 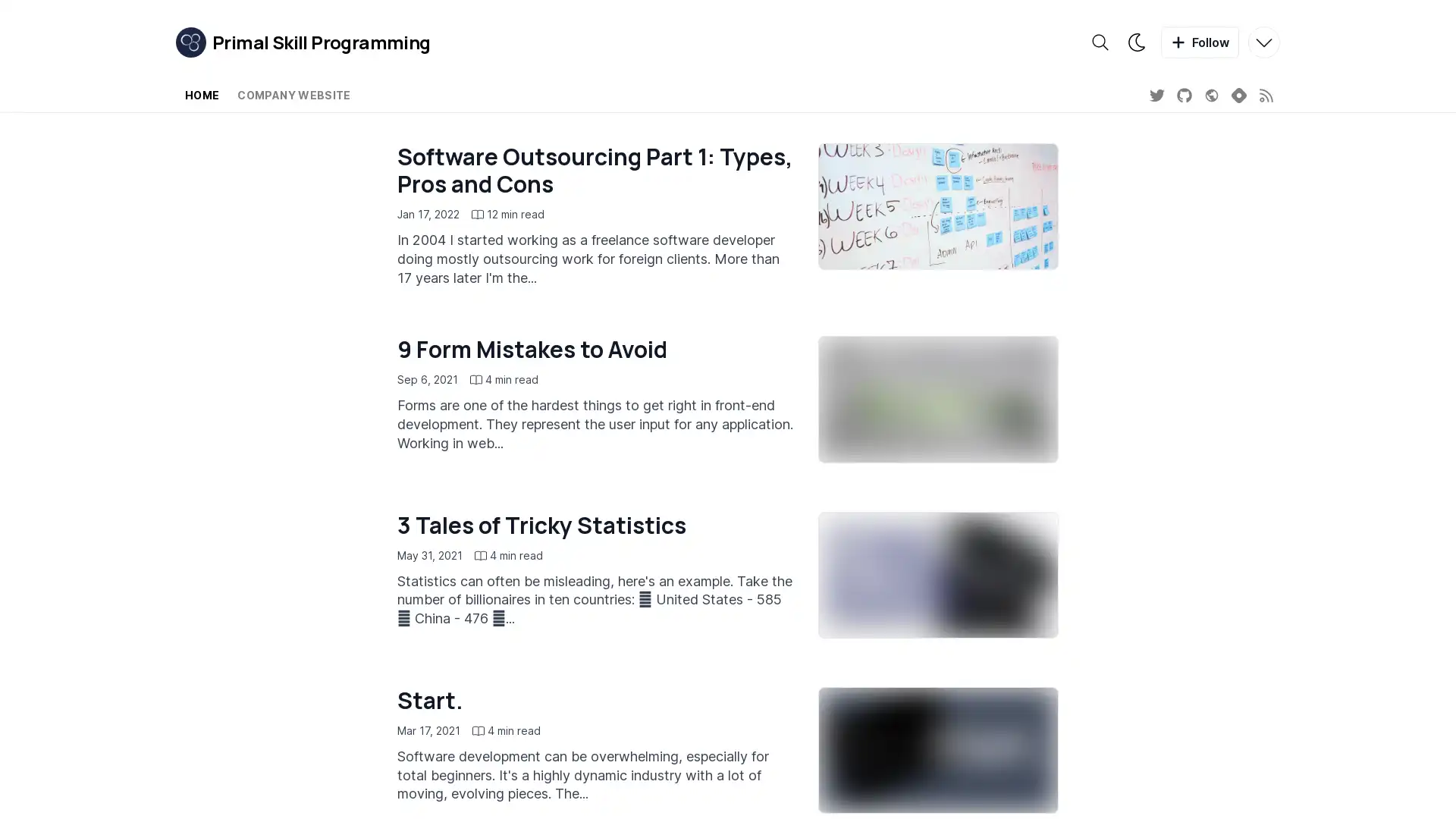 I want to click on More, so click(x=1263, y=42).